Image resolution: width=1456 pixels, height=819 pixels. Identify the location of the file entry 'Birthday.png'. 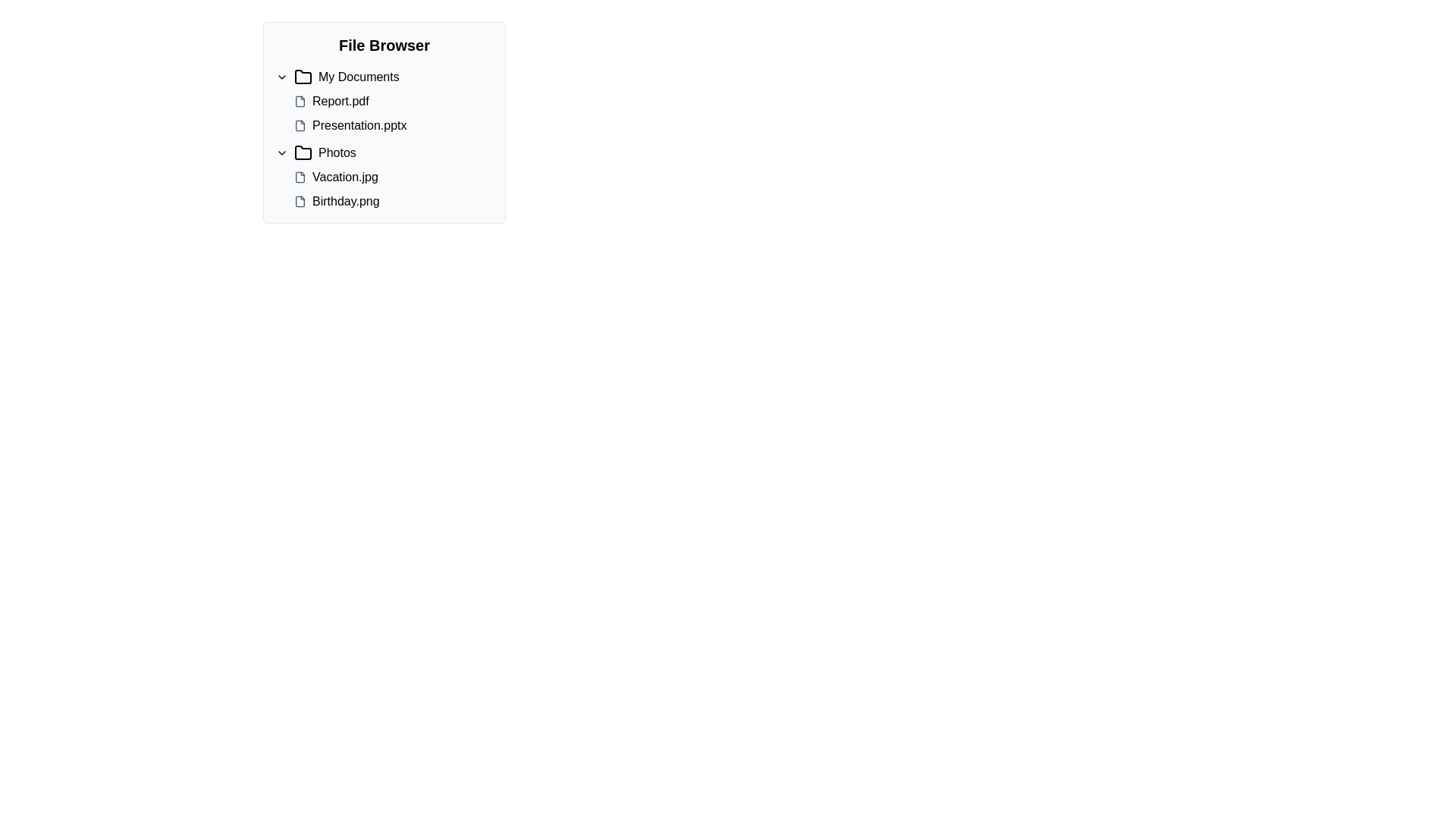
(393, 201).